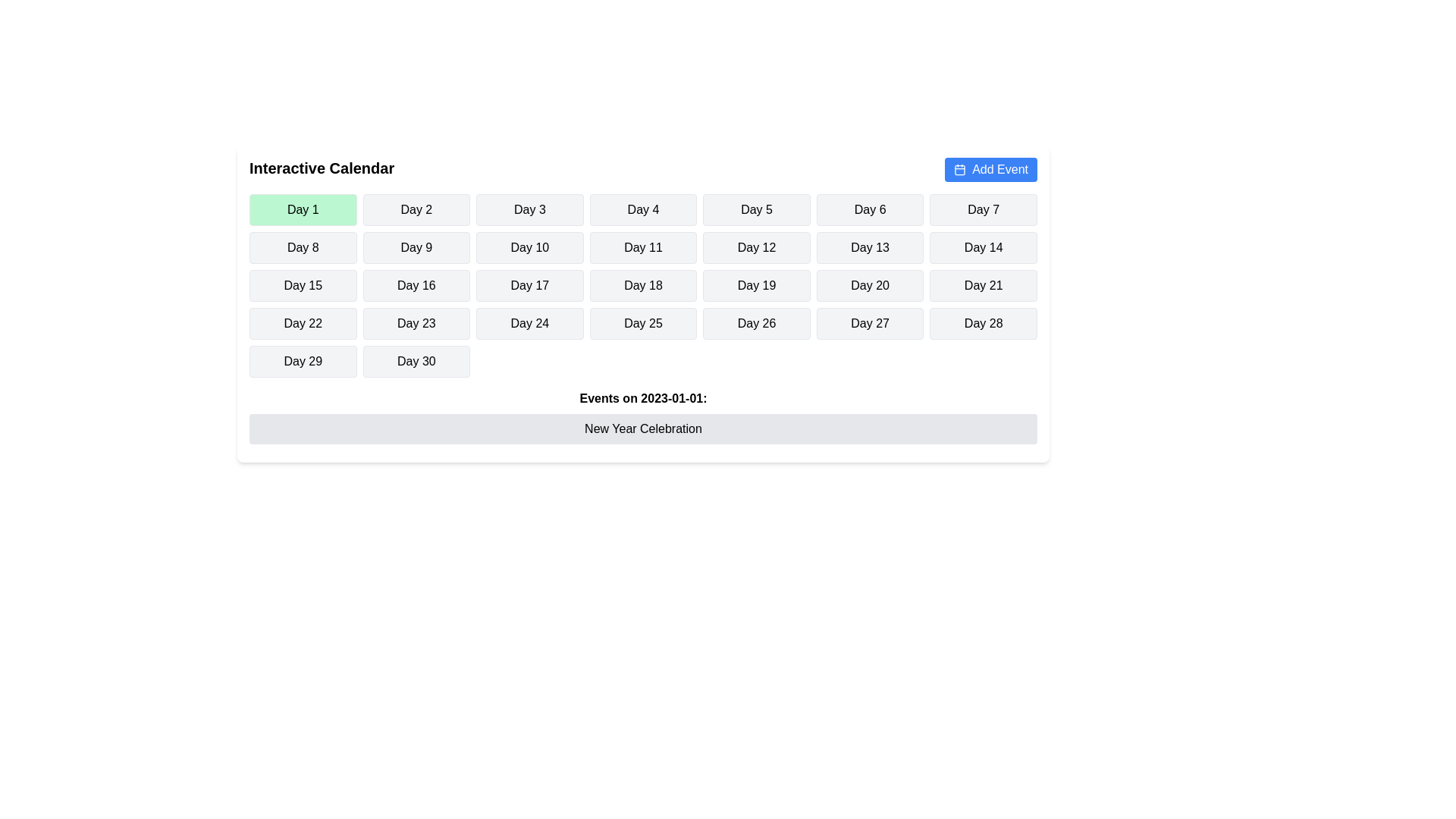 Image resolution: width=1456 pixels, height=819 pixels. What do you see at coordinates (416, 362) in the screenshot?
I see `the selectable button for 'Day 30' in the interactive calendar` at bounding box center [416, 362].